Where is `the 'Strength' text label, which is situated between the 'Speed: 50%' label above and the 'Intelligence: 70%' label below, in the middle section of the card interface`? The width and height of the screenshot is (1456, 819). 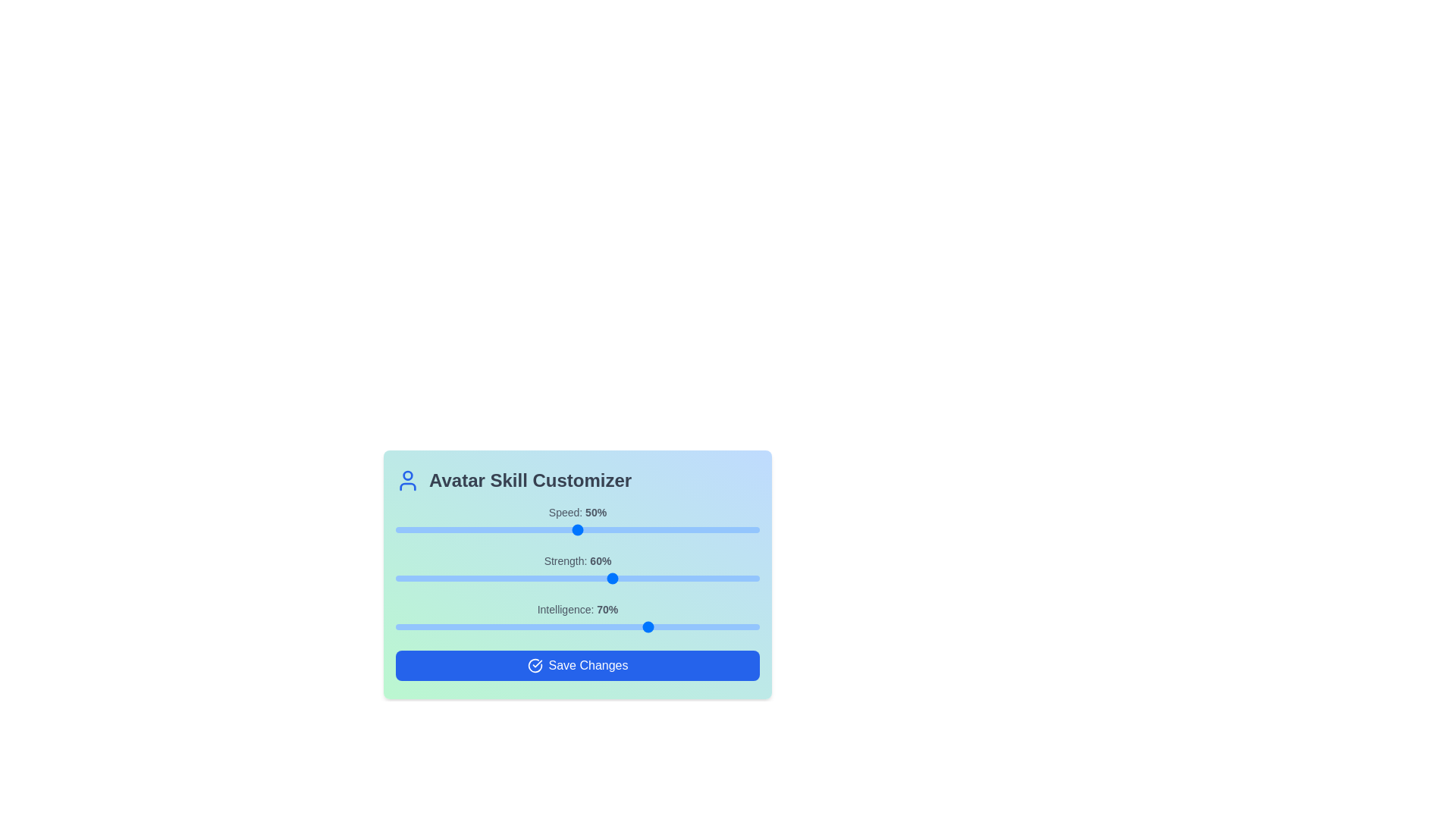
the 'Strength' text label, which is situated between the 'Speed: 50%' label above and the 'Intelligence: 70%' label below, in the middle section of the card interface is located at coordinates (577, 561).